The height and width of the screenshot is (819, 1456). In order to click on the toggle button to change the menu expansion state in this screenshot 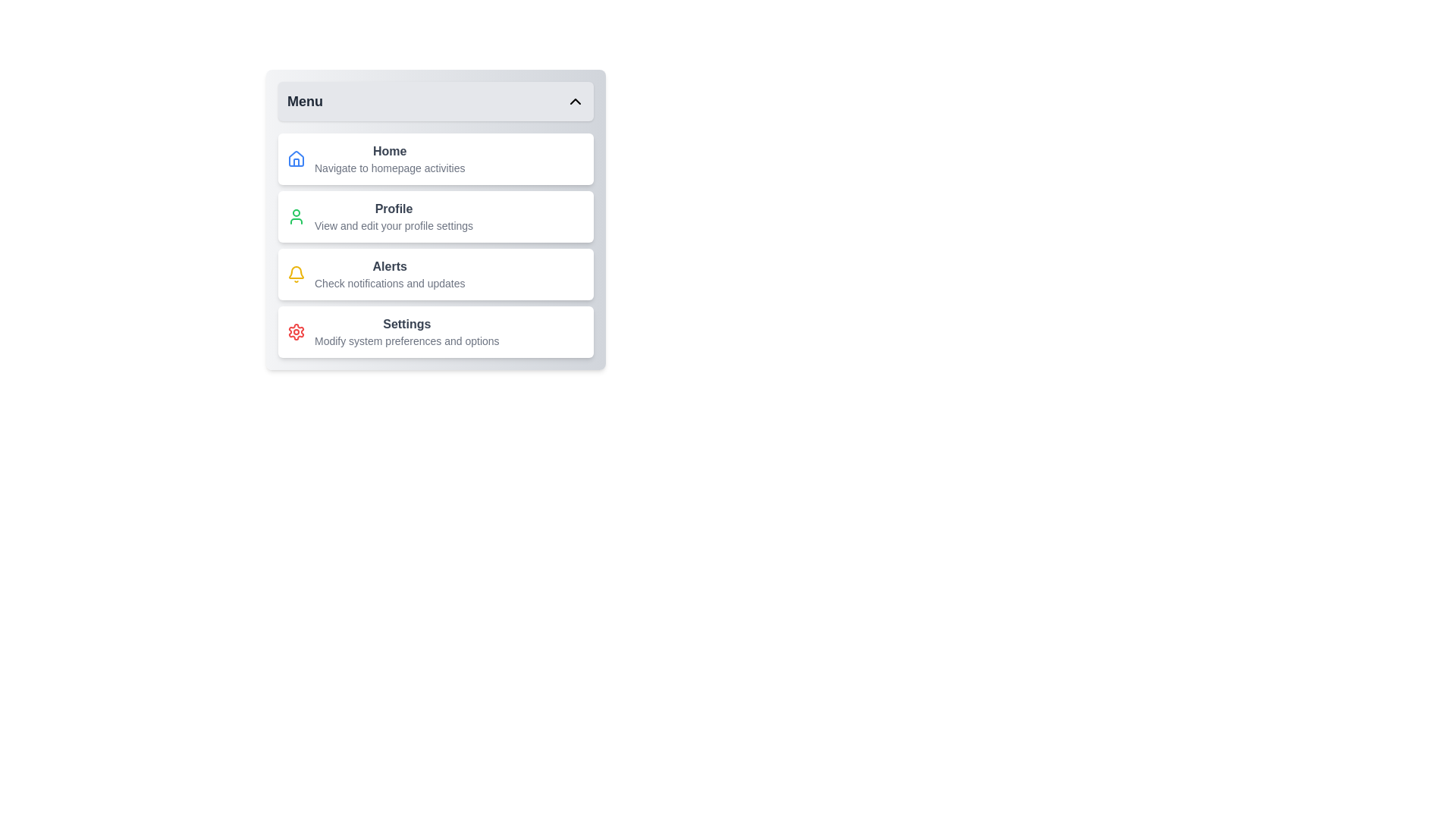, I will do `click(435, 102)`.